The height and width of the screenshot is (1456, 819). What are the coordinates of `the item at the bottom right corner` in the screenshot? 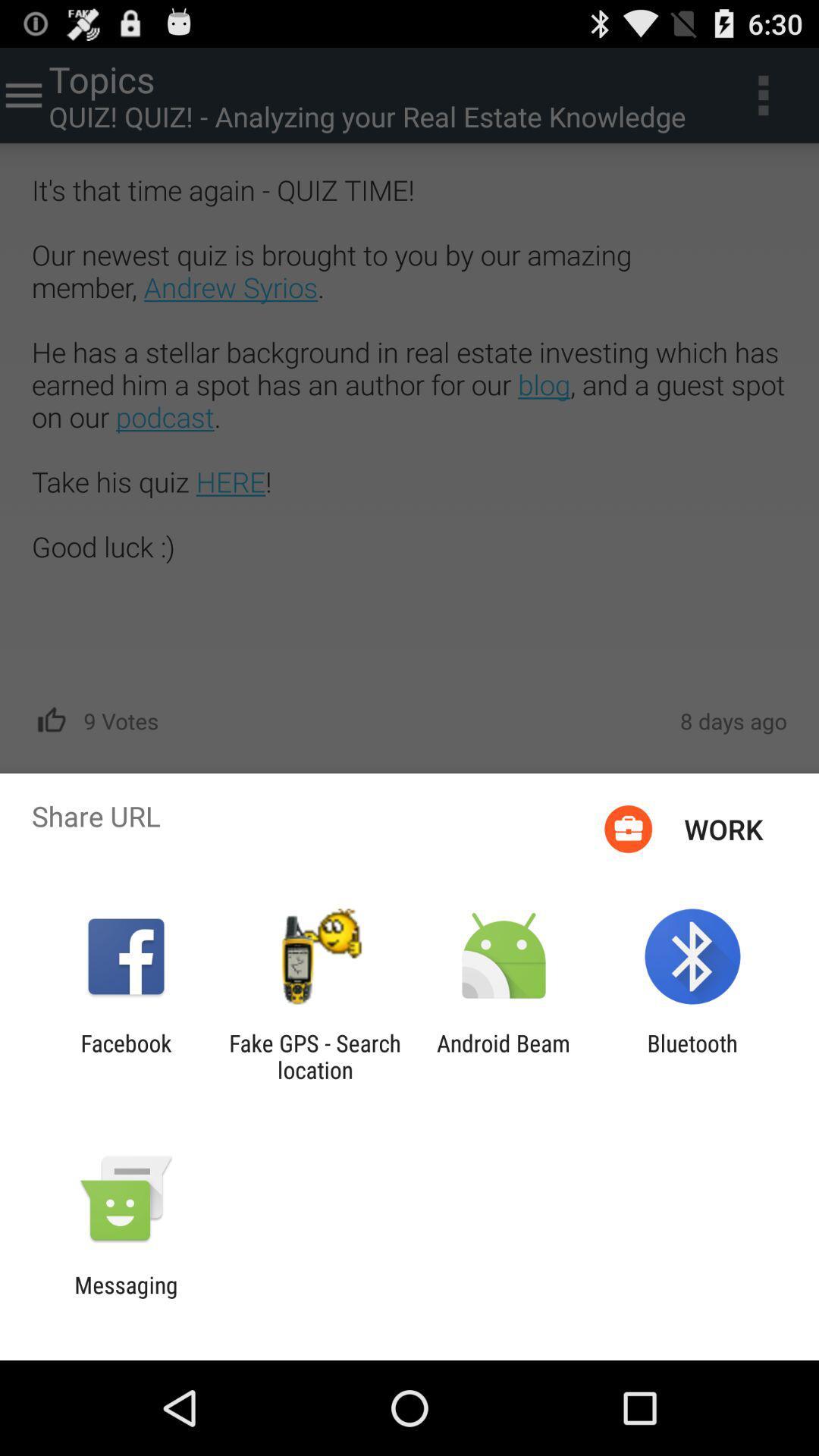 It's located at (692, 1056).